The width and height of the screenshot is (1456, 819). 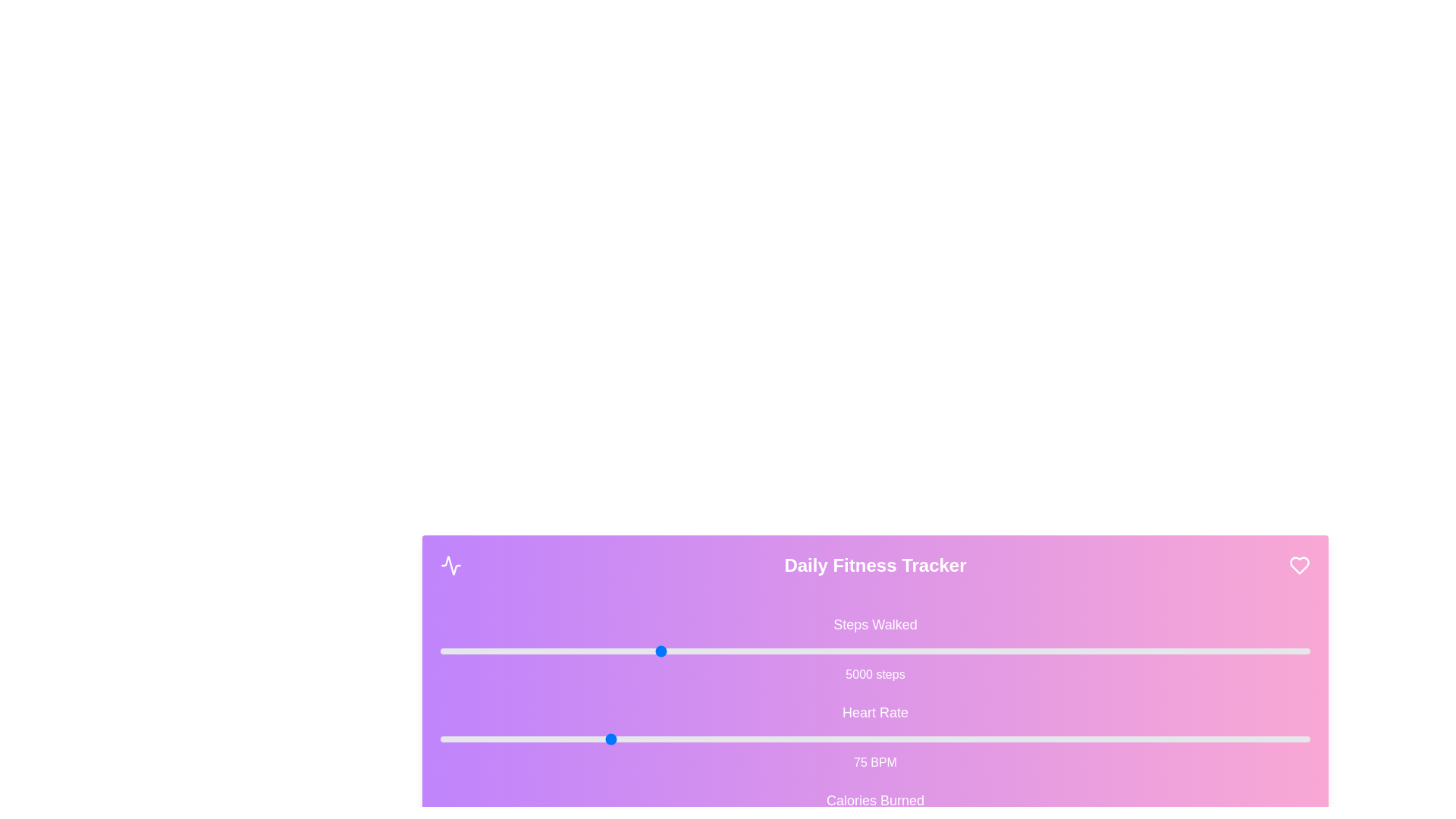 What do you see at coordinates (1288, 651) in the screenshot?
I see `the 'Steps Walked' slider to set its value to 19528` at bounding box center [1288, 651].